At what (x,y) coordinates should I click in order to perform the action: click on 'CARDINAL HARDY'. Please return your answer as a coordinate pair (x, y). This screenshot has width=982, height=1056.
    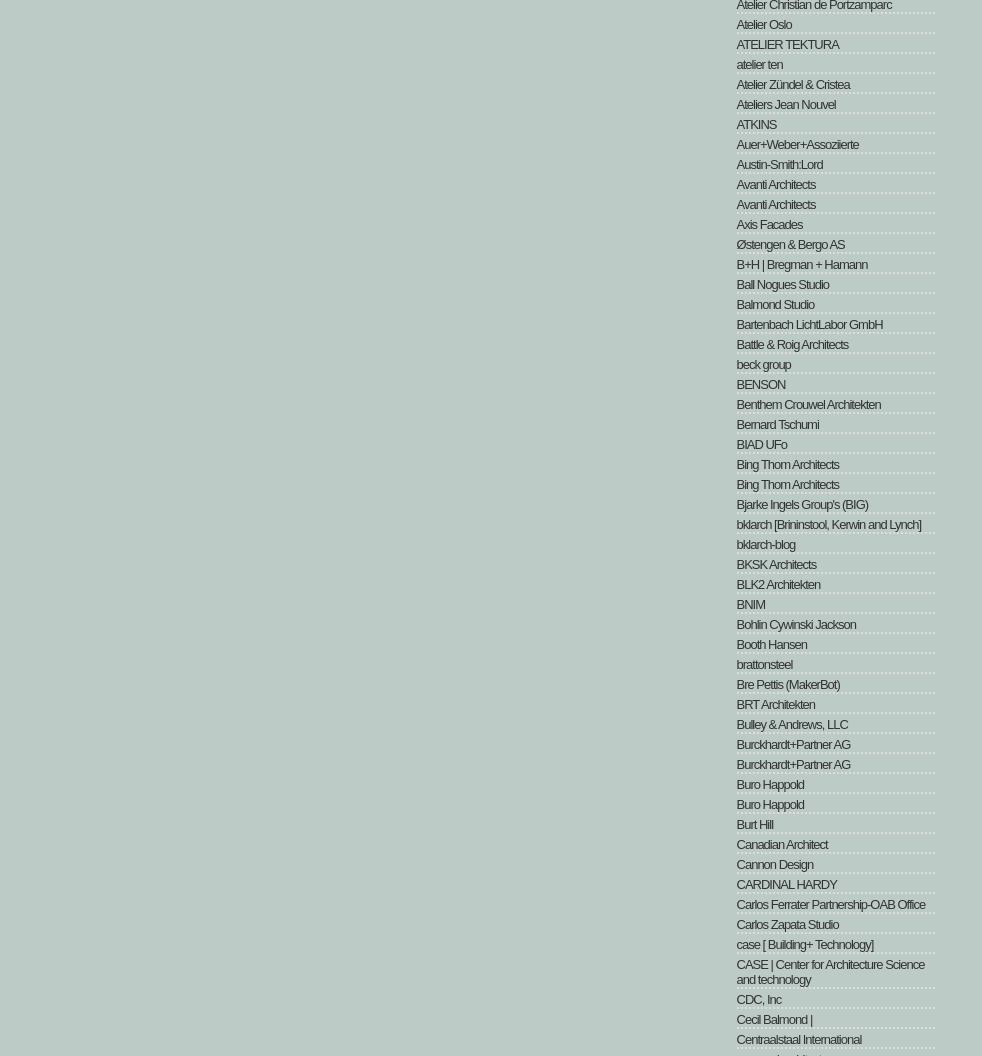
    Looking at the image, I should click on (785, 883).